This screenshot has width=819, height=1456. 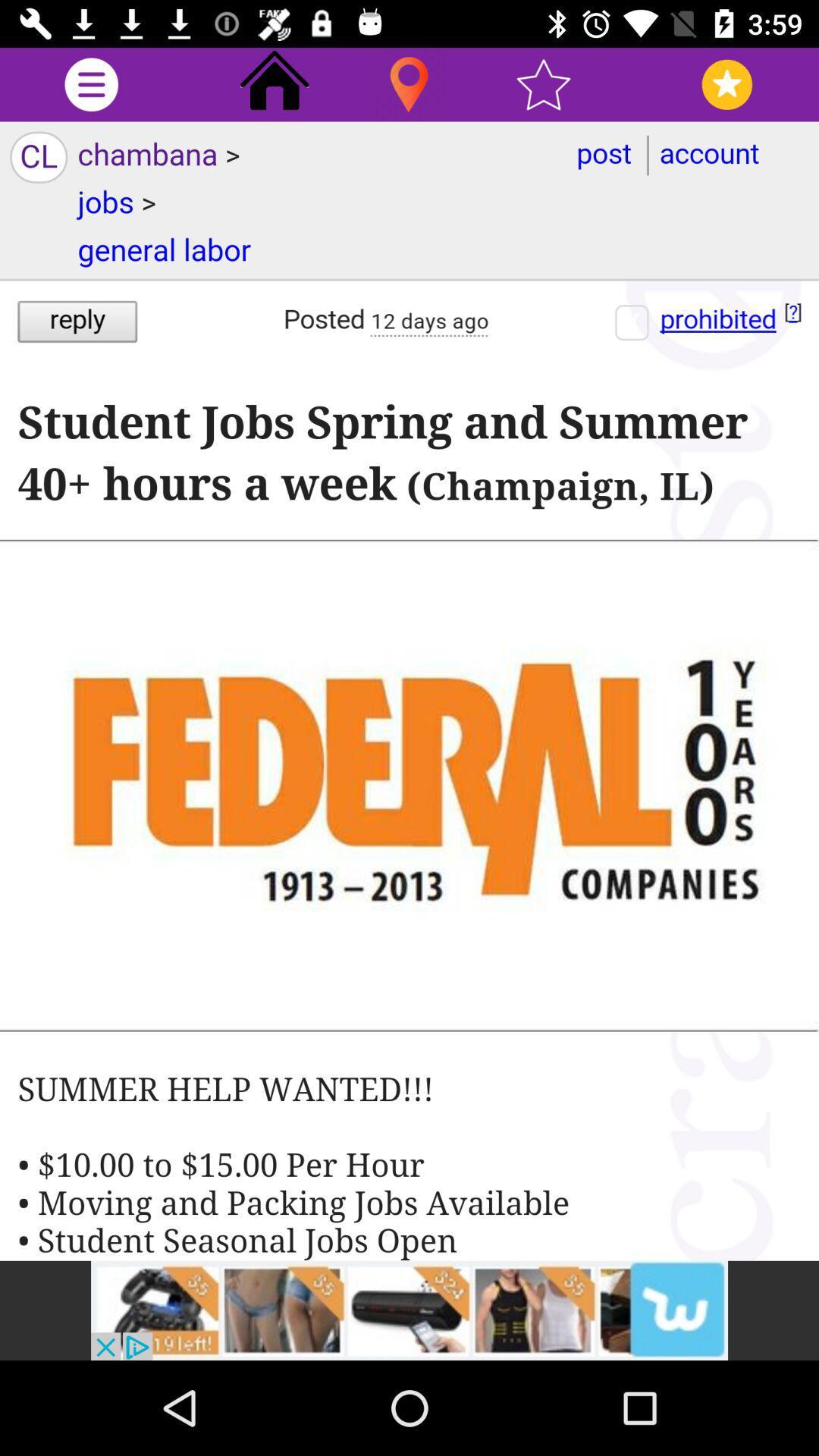 What do you see at coordinates (408, 83) in the screenshot?
I see `search` at bounding box center [408, 83].